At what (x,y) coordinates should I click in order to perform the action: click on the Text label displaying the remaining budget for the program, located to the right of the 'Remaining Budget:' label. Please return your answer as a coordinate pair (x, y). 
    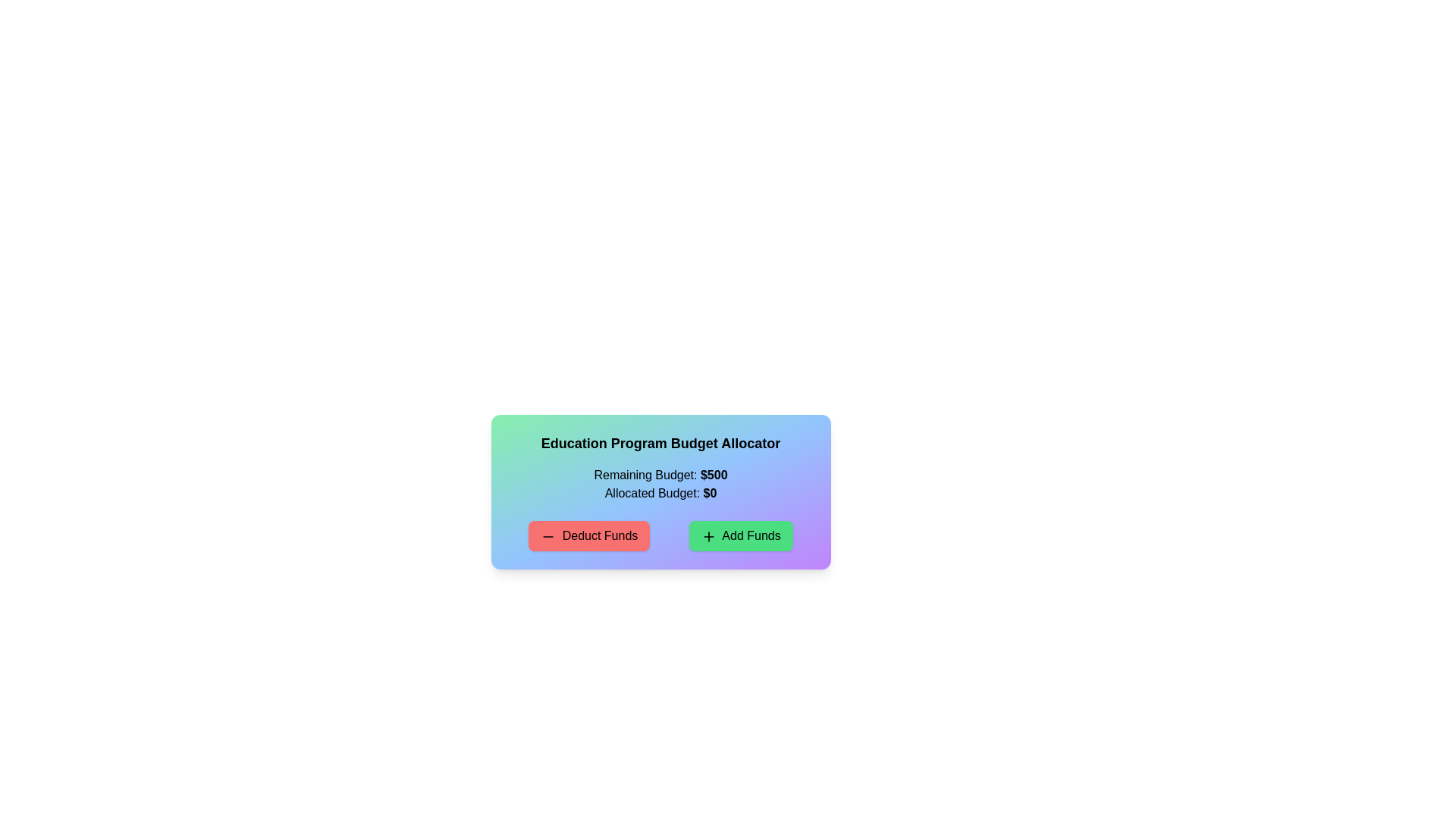
    Looking at the image, I should click on (713, 474).